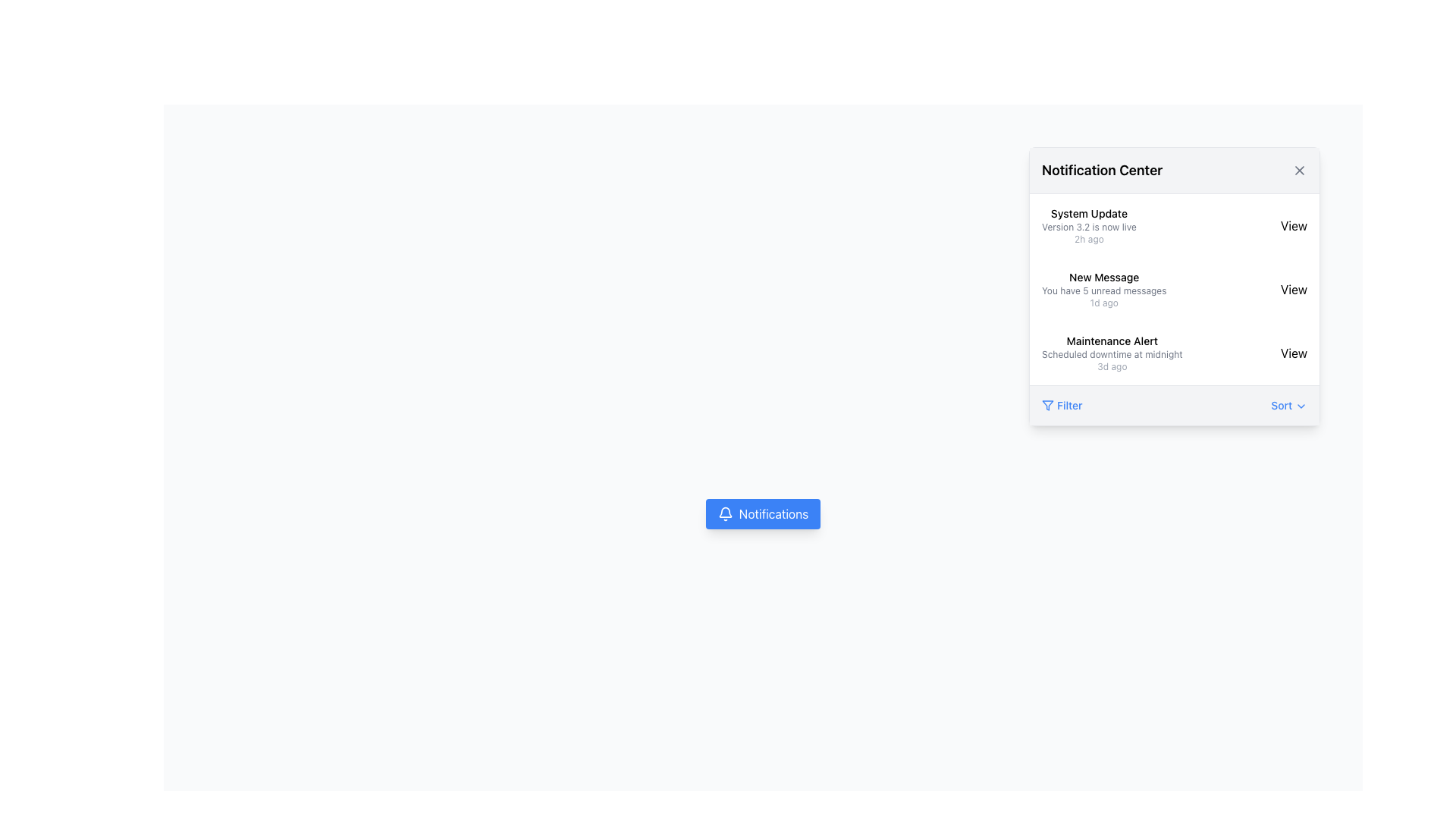 Image resolution: width=1456 pixels, height=819 pixels. I want to click on the 'View' button-like text link located in the bottom-right corner of the notification panel, which is styled to change color to blue on hover, so click(1293, 353).